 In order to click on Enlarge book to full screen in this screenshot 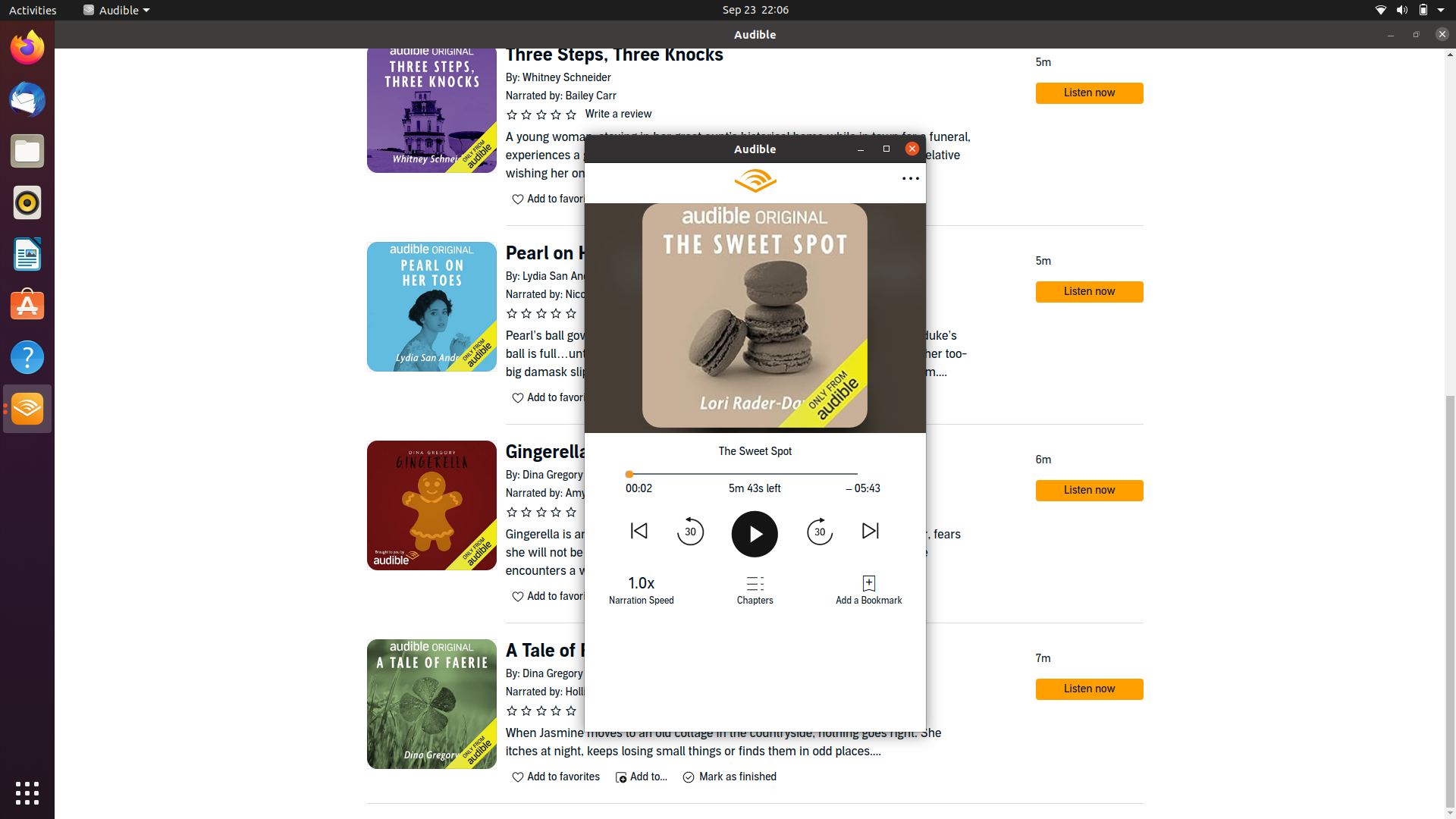, I will do `click(861, 149)`.